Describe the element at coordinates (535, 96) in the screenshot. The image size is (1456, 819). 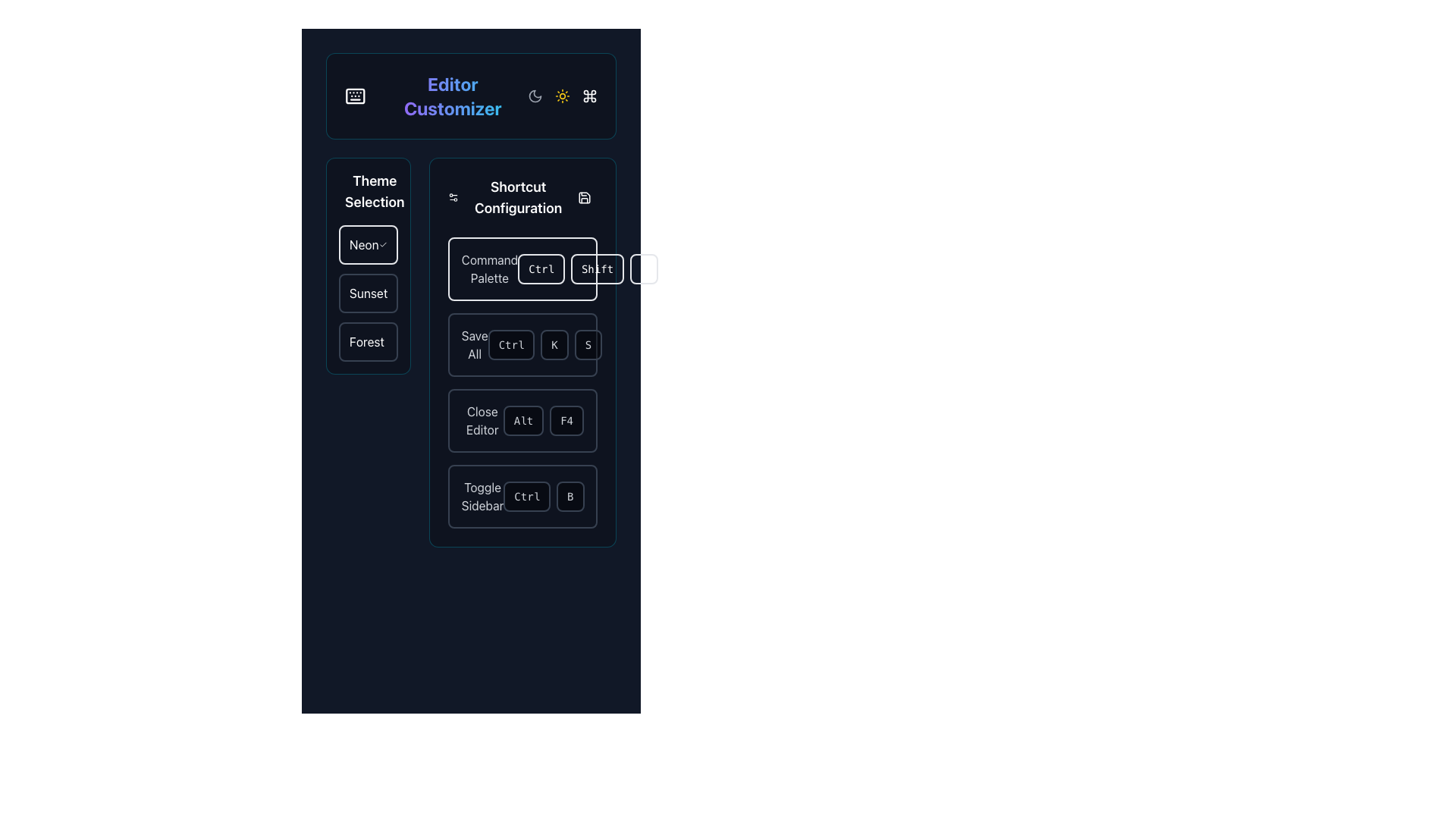
I see `the dark mode toggle icon located in the top-right corner of the 'Editor Customizer' section, adjacent to the label 'Editor Customizer'` at that location.